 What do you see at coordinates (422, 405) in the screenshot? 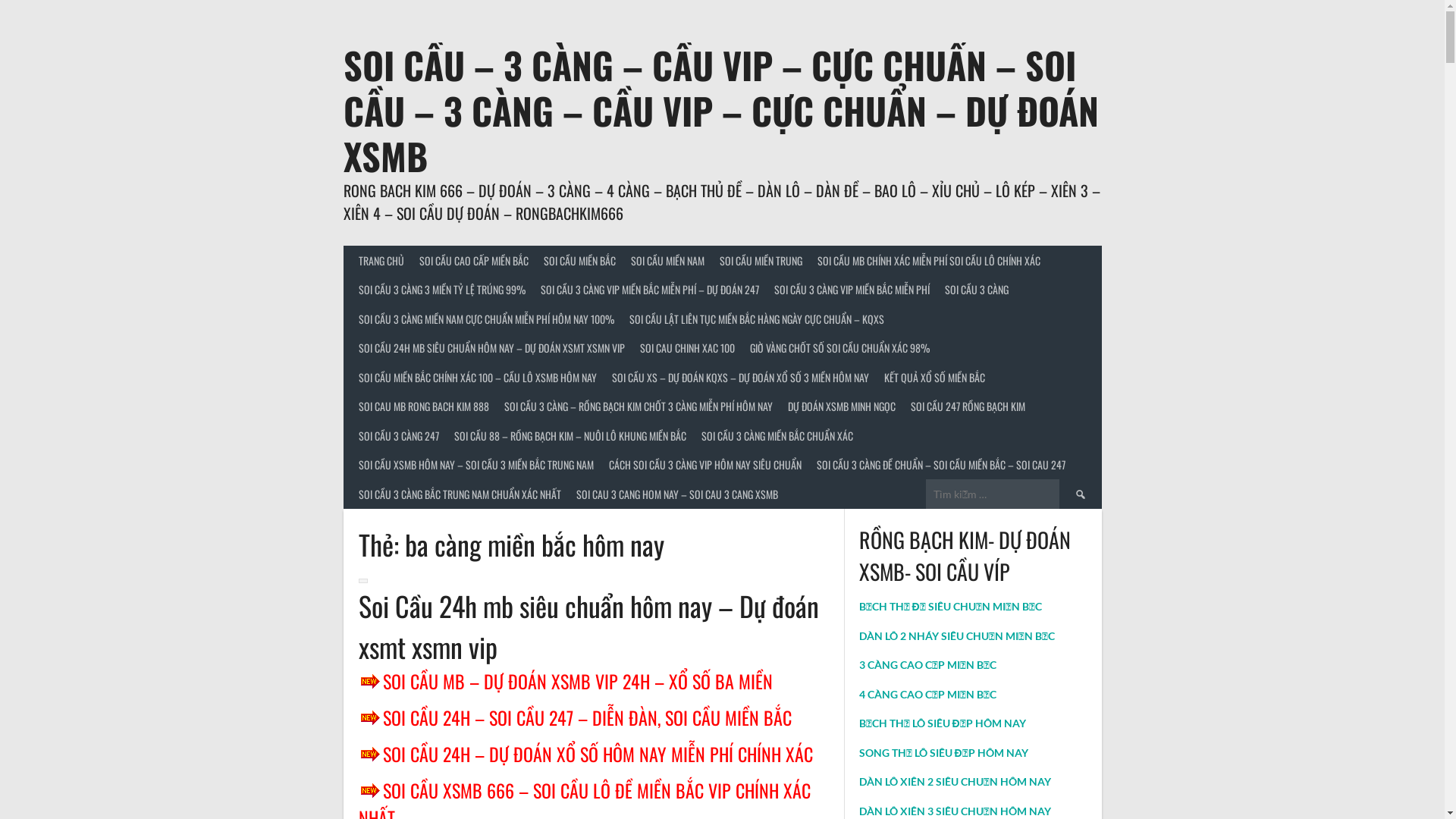
I see `'SOI CAU MB RONG BACH KIM 888'` at bounding box center [422, 405].